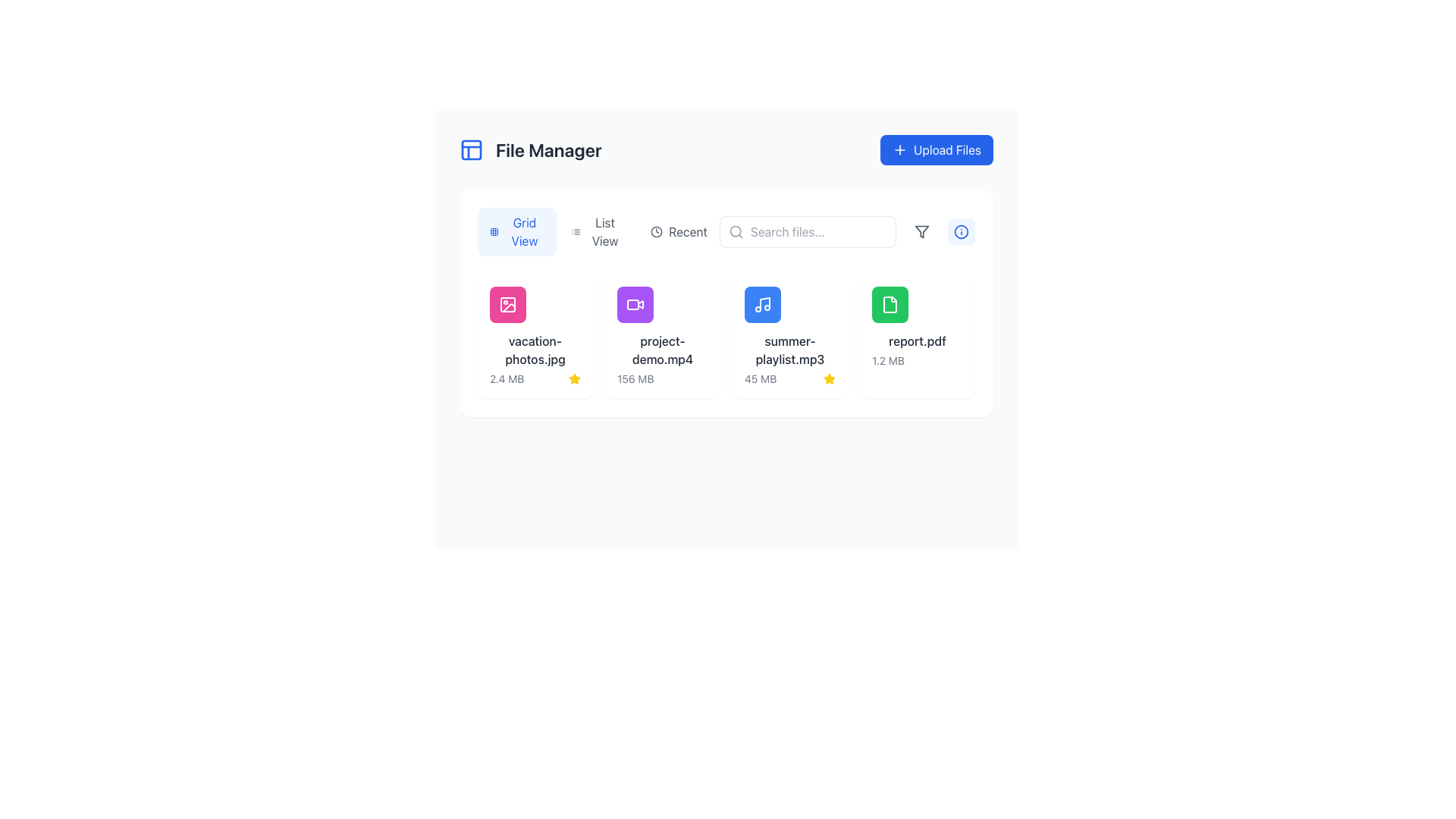 This screenshot has height=819, width=1456. What do you see at coordinates (575, 231) in the screenshot?
I see `the 'List View' button icon to switch the file manager layout to a list view` at bounding box center [575, 231].